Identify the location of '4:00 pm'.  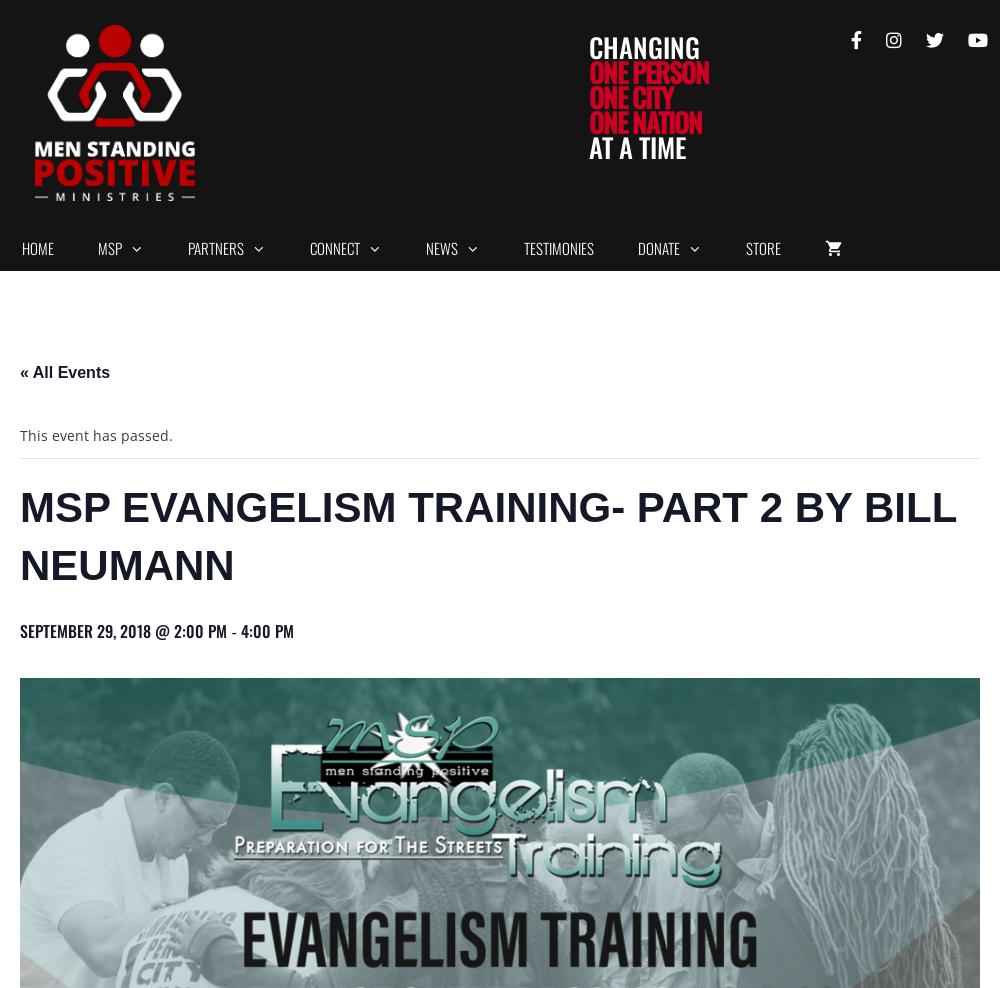
(267, 629).